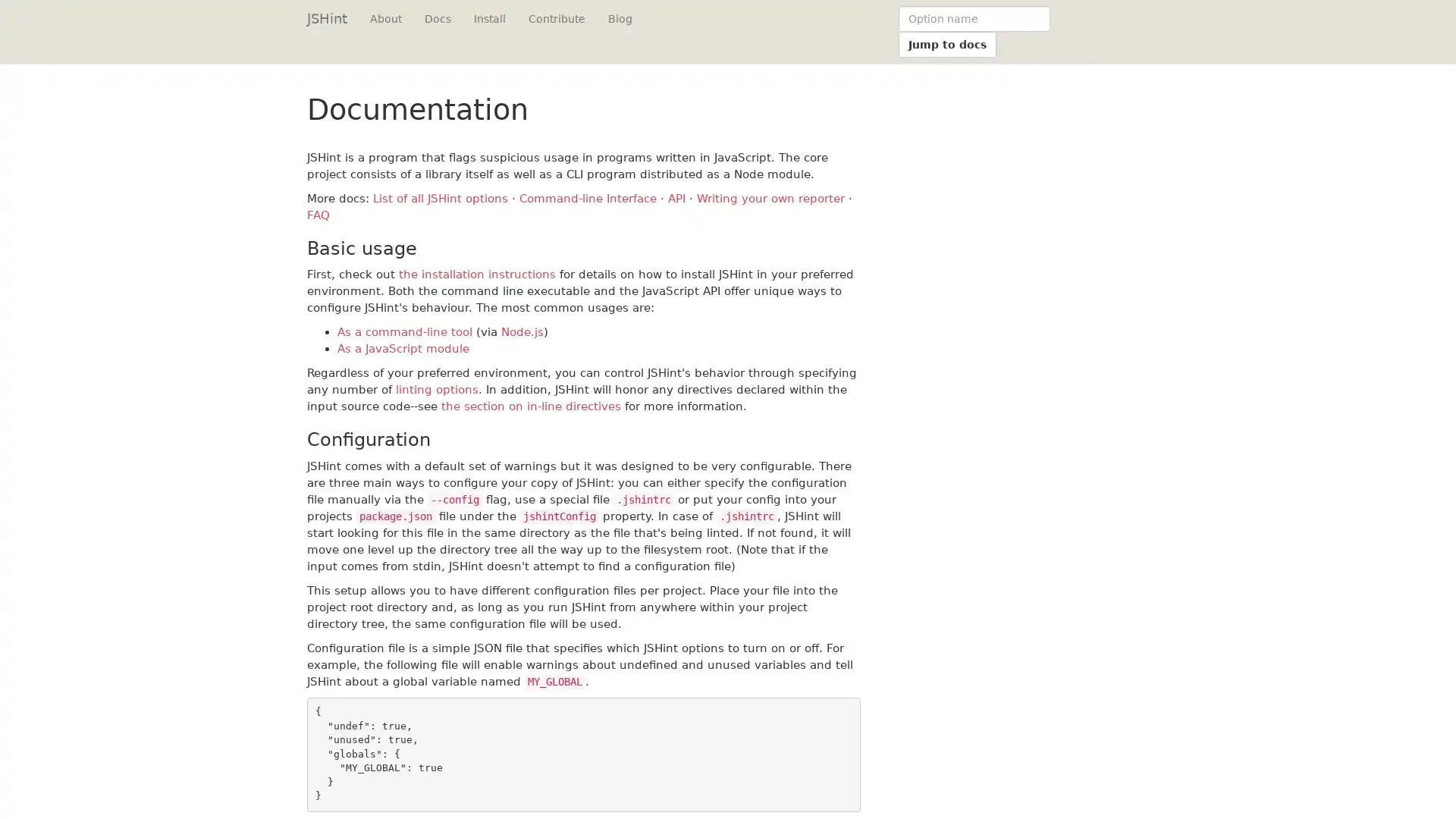  I want to click on Jump to docs, so click(946, 43).